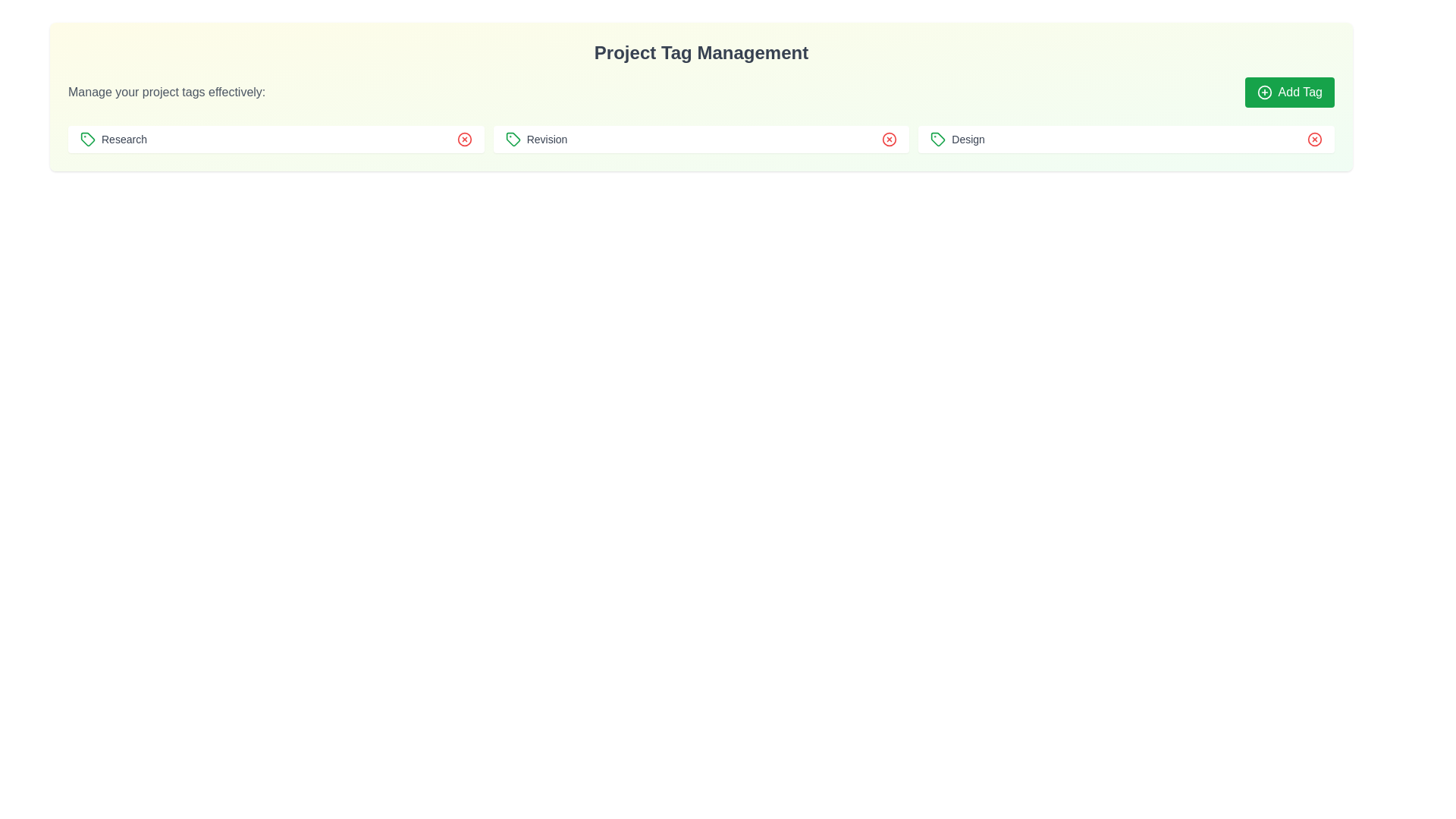  What do you see at coordinates (937, 140) in the screenshot?
I see `the green tag icon representing 'Design' in the 'Project Tag Management' section, which is located adjacent to the labels for 'Research' and 'Revision'` at bounding box center [937, 140].